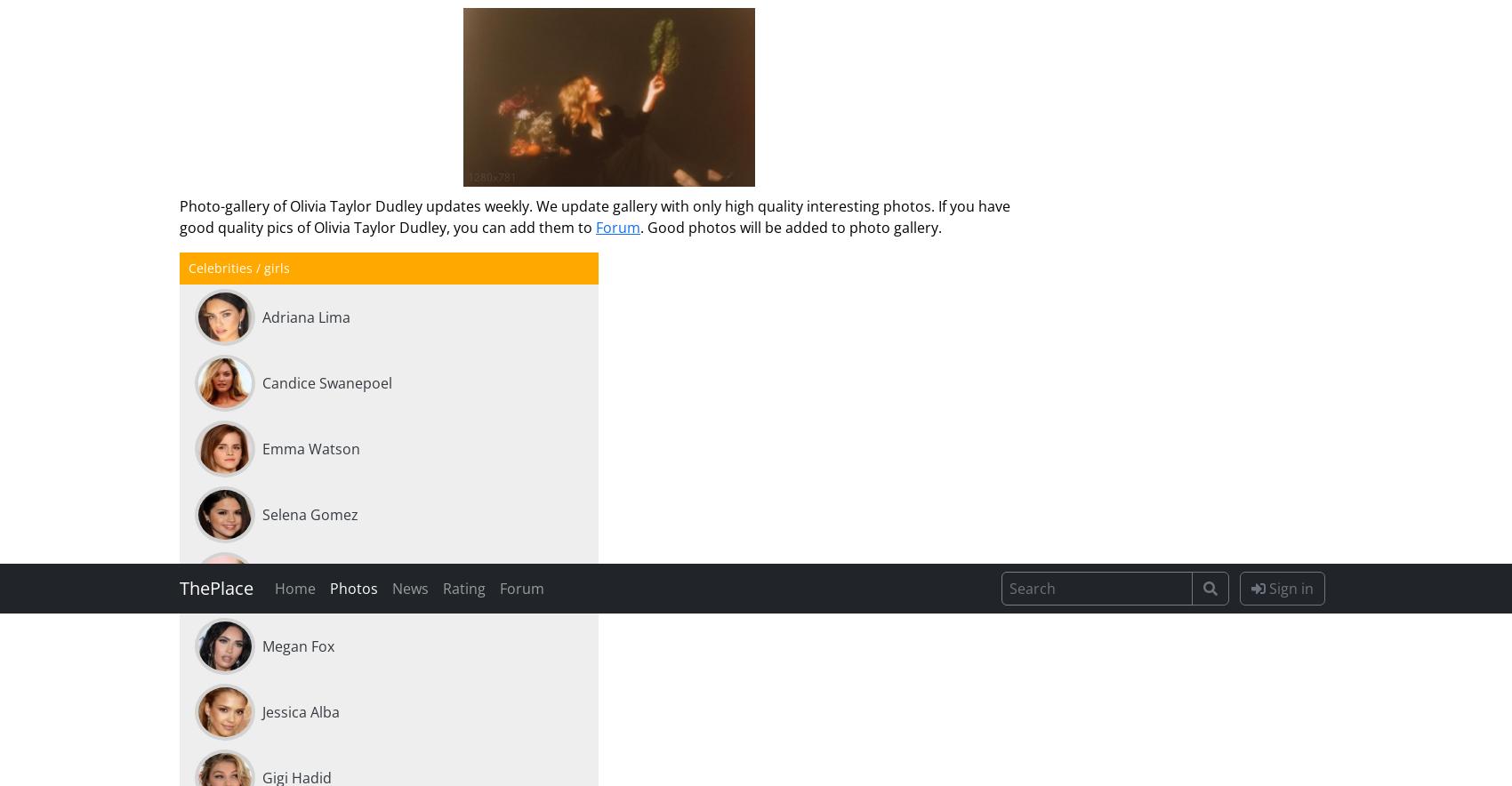 This screenshot has height=786, width=1512. Describe the element at coordinates (358, 406) in the screenshot. I see `'19 Oct 07:24'` at that location.